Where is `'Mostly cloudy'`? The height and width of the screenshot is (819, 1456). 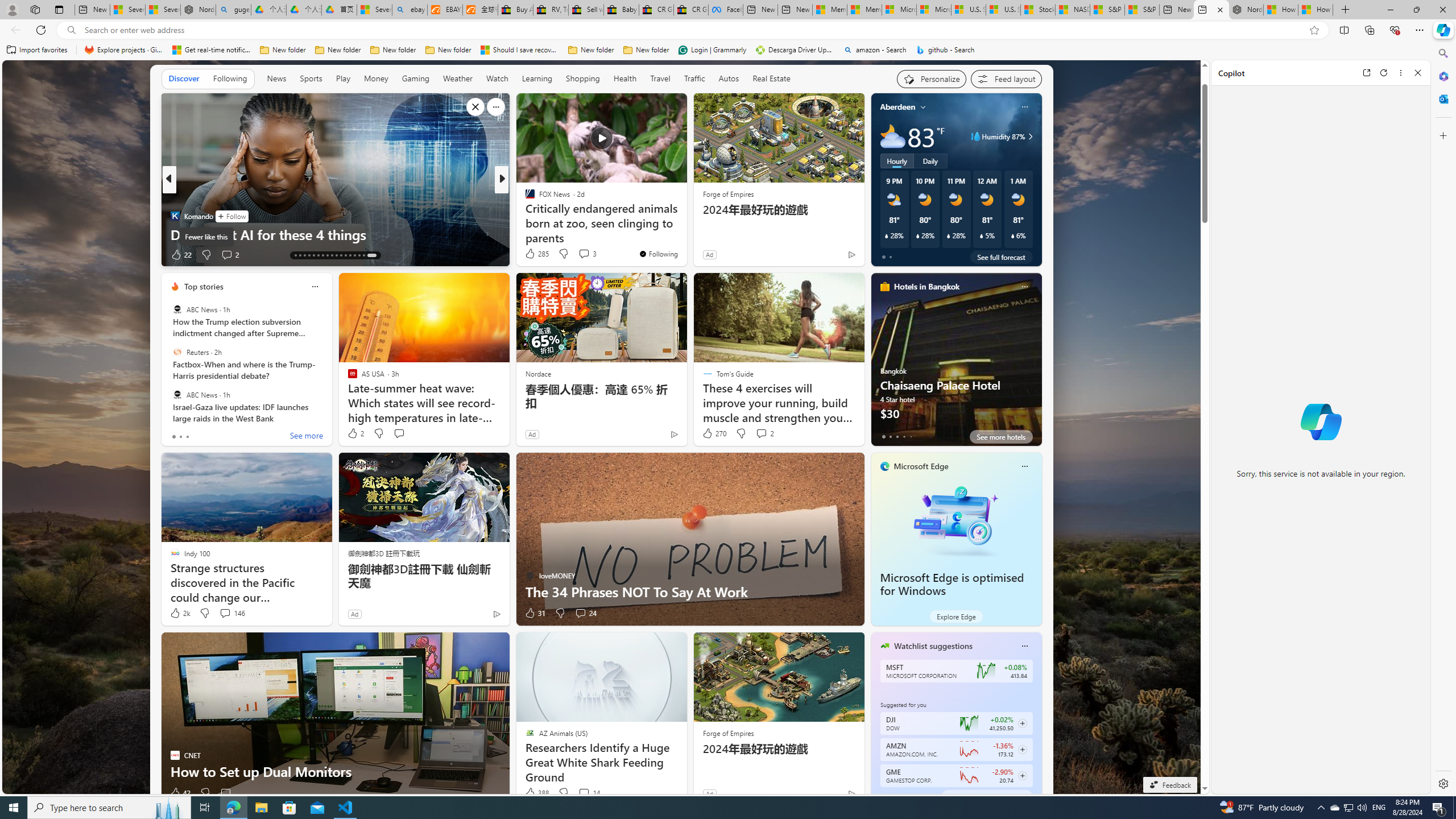
'Mostly cloudy' is located at coordinates (892, 135).